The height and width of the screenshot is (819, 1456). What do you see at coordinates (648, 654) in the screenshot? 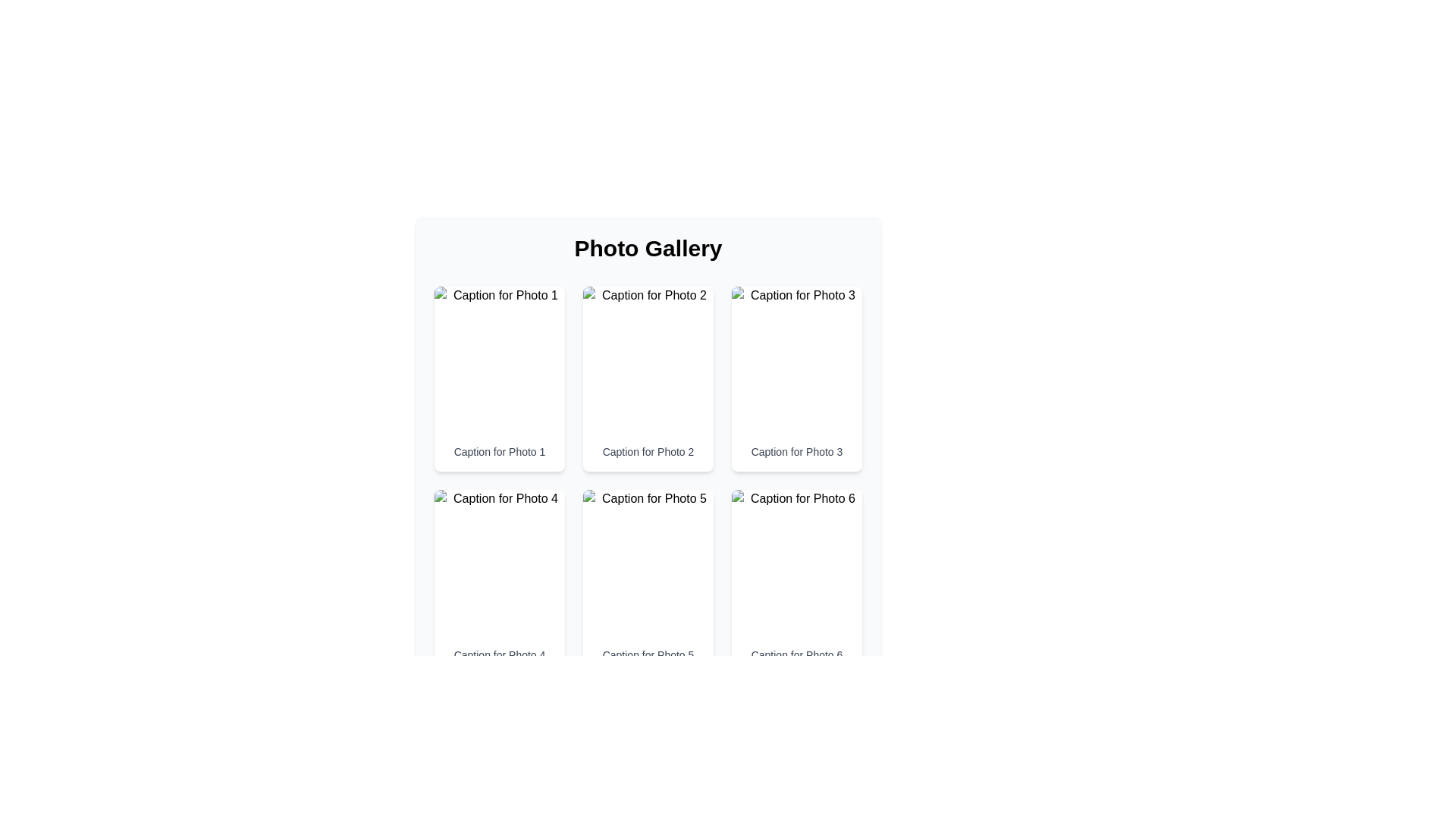
I see `the Text Label that displays the caption for the fifth photo in the gallery, located in the middle column of the second row` at bounding box center [648, 654].